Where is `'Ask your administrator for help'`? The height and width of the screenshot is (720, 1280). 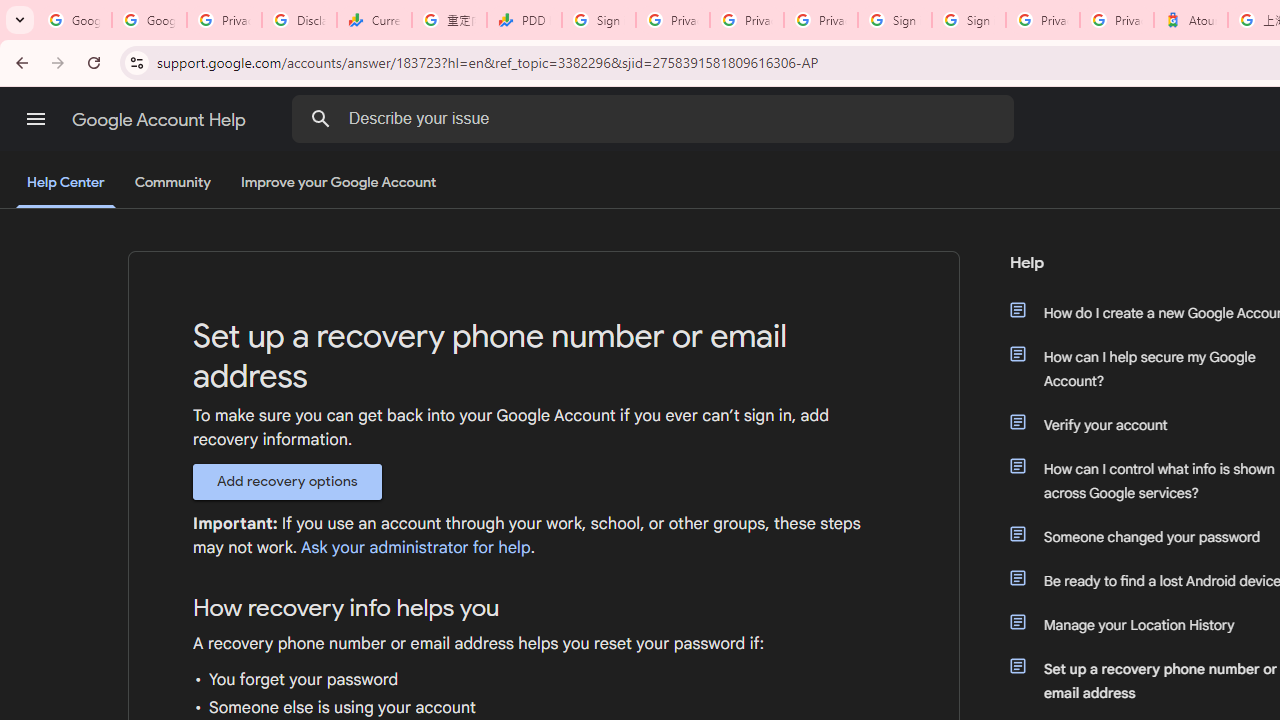
'Ask your administrator for help' is located at coordinates (414, 547).